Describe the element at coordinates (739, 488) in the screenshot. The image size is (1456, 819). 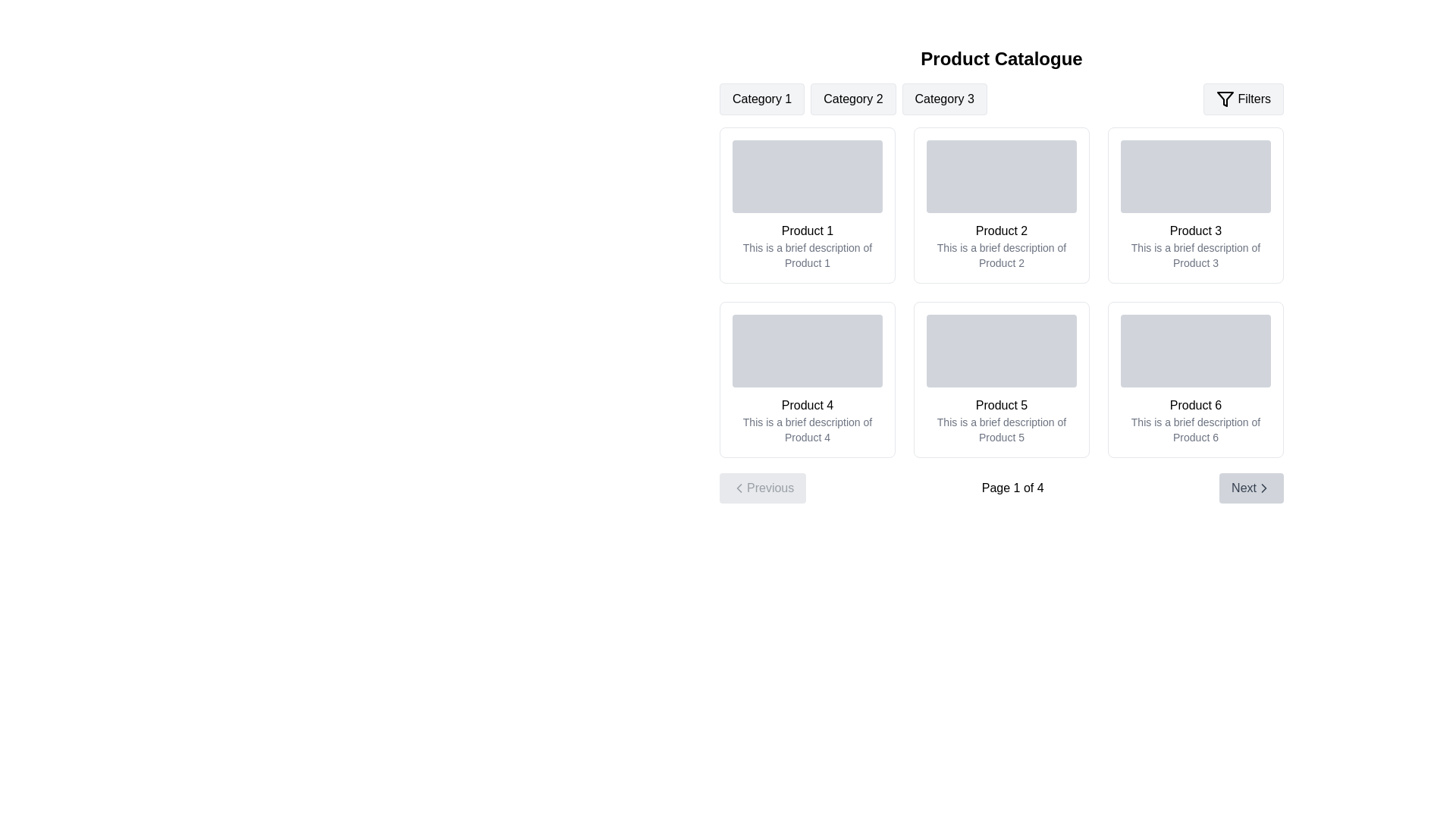
I see `the left-pointing chevron arrow icon of the 'Previous' button located at the bottom-left corner of the product catalog interface` at that location.